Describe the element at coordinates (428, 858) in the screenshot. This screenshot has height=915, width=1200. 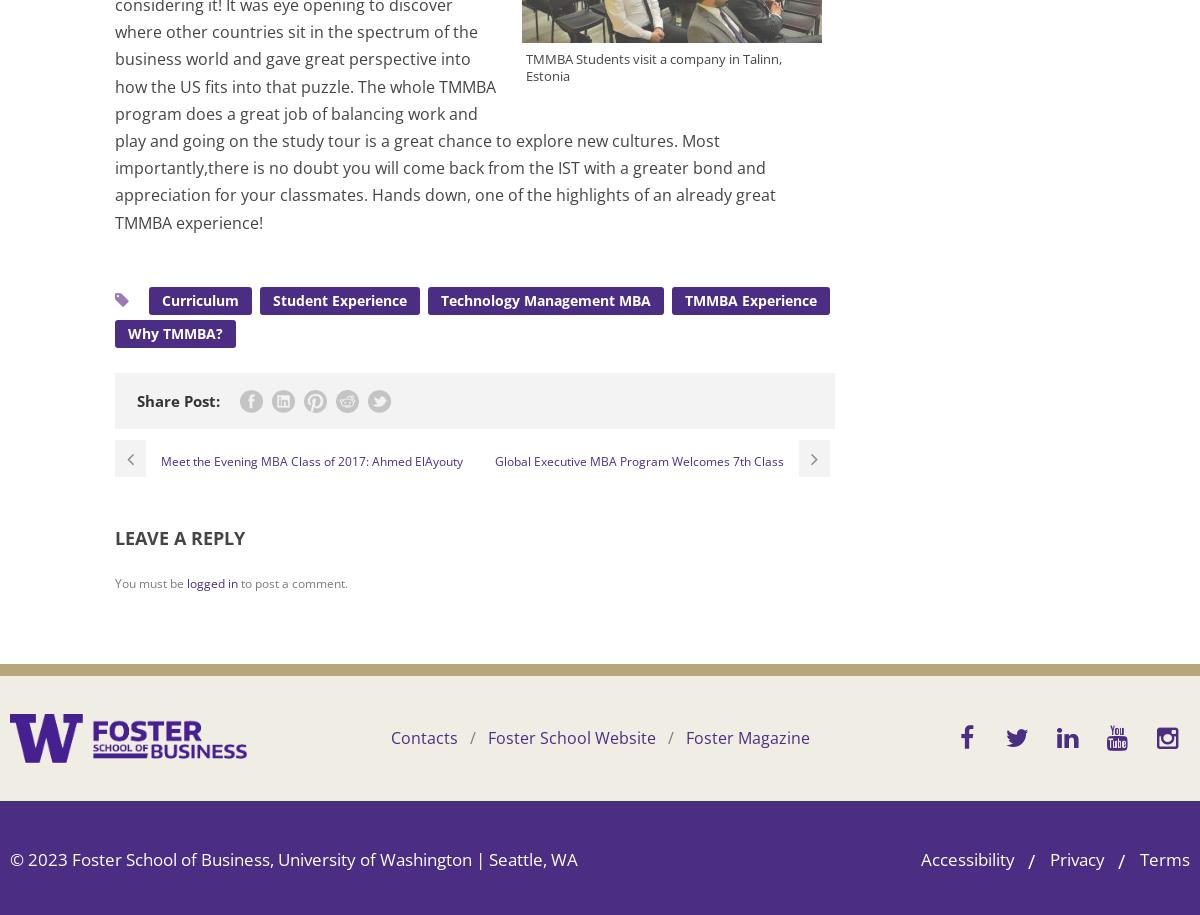
I see `'University of Washington | Seattle, WA'` at that location.